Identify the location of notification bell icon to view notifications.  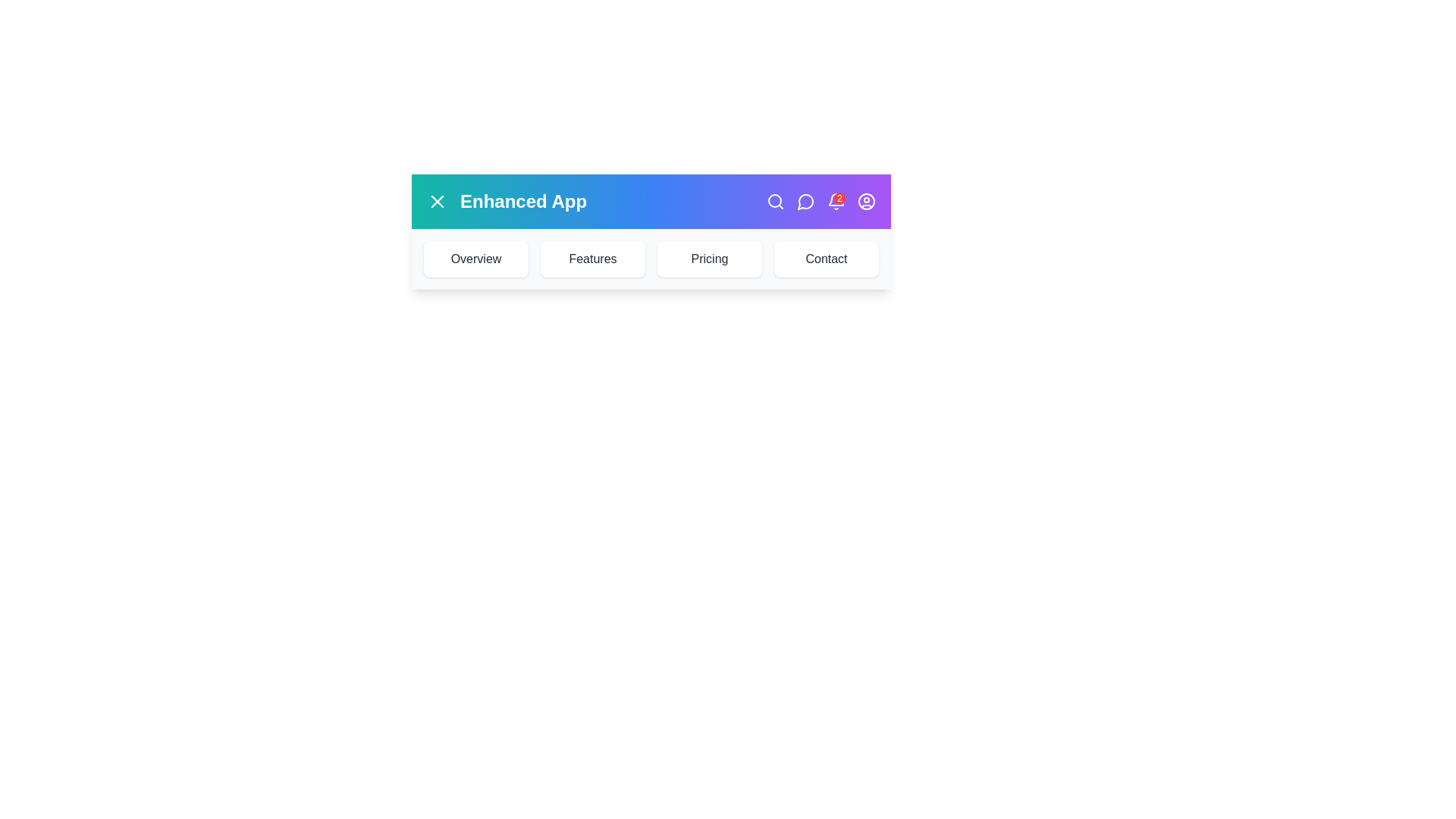
(836, 201).